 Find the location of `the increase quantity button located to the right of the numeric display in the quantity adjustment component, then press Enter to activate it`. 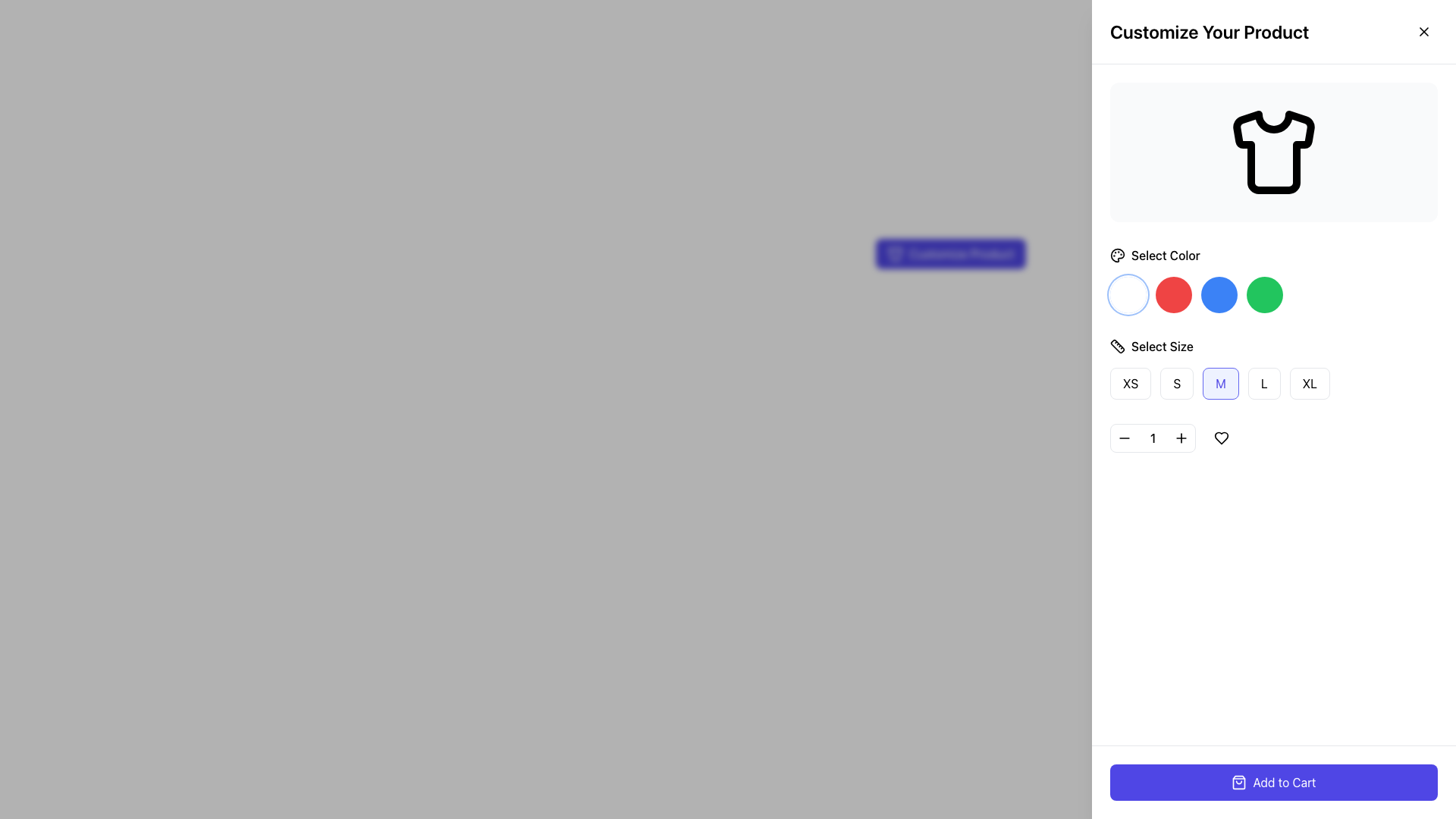

the increase quantity button located to the right of the numeric display in the quantity adjustment component, then press Enter to activate it is located at coordinates (1181, 438).